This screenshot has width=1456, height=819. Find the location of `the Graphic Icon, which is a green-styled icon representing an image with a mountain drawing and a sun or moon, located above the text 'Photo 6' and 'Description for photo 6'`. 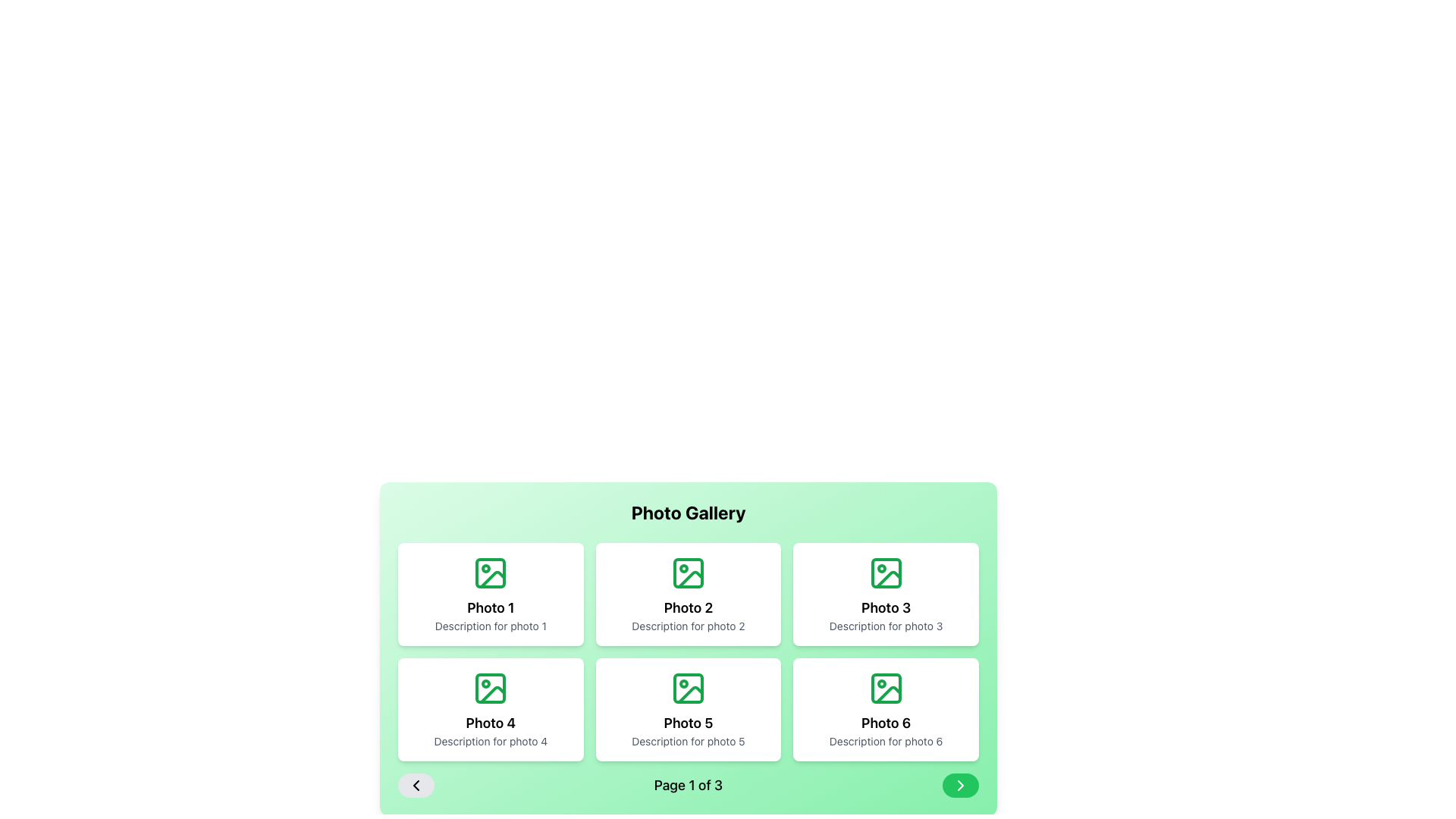

the Graphic Icon, which is a green-styled icon representing an image with a mountain drawing and a sun or moon, located above the text 'Photo 6' and 'Description for photo 6' is located at coordinates (886, 688).